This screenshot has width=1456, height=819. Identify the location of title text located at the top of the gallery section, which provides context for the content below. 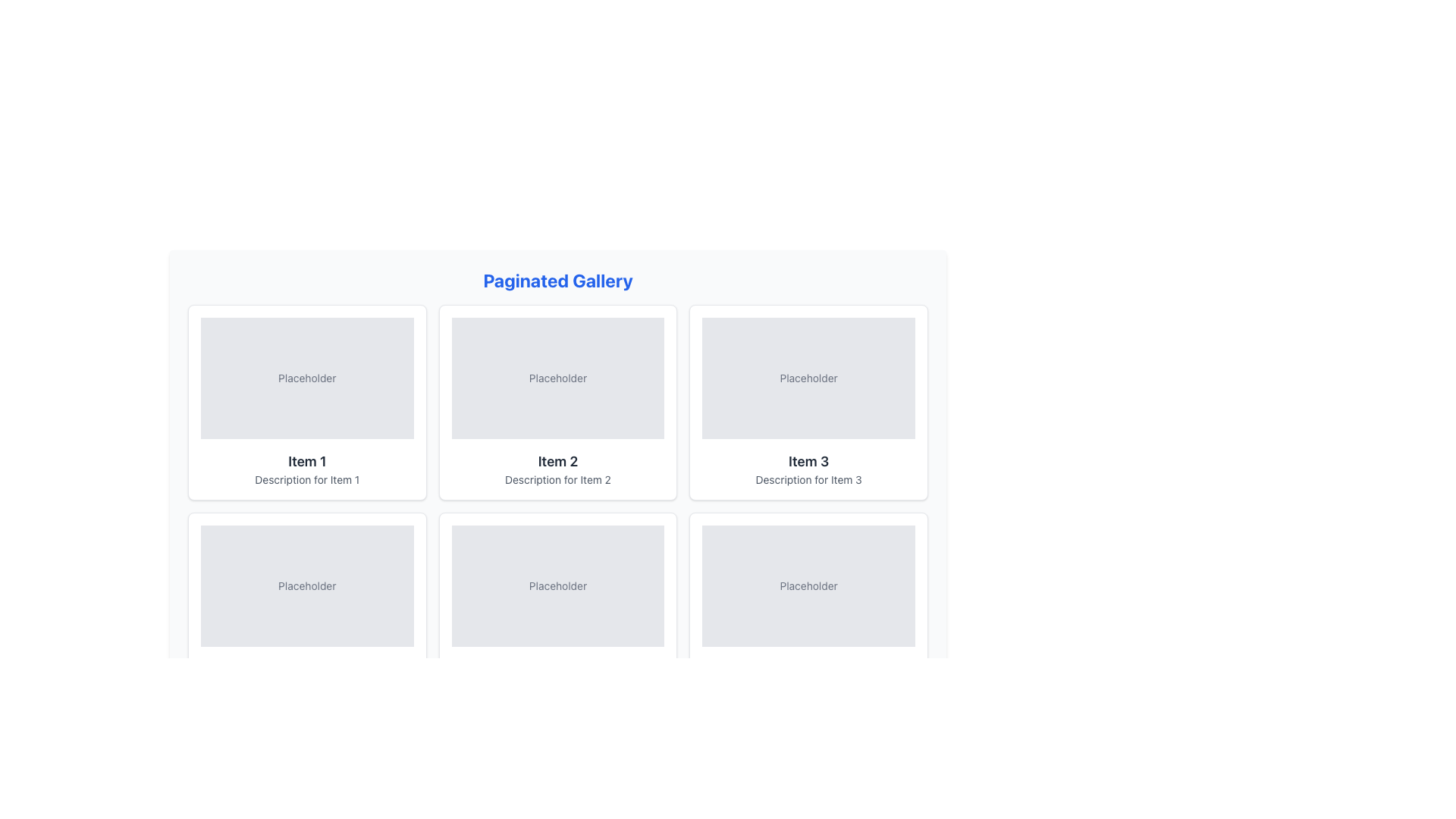
(557, 281).